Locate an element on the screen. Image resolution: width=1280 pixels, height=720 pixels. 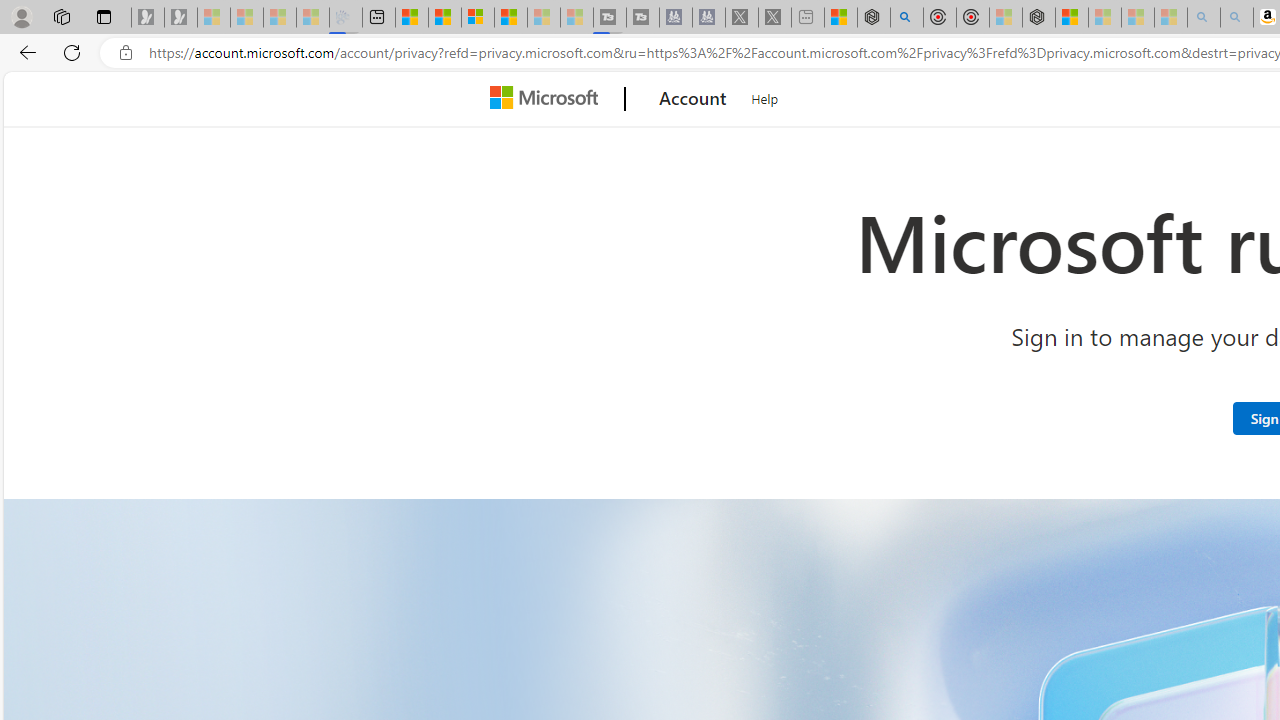
'Nordace - Nordace Siena Is Not An Ordinary Backpack' is located at coordinates (1038, 17).